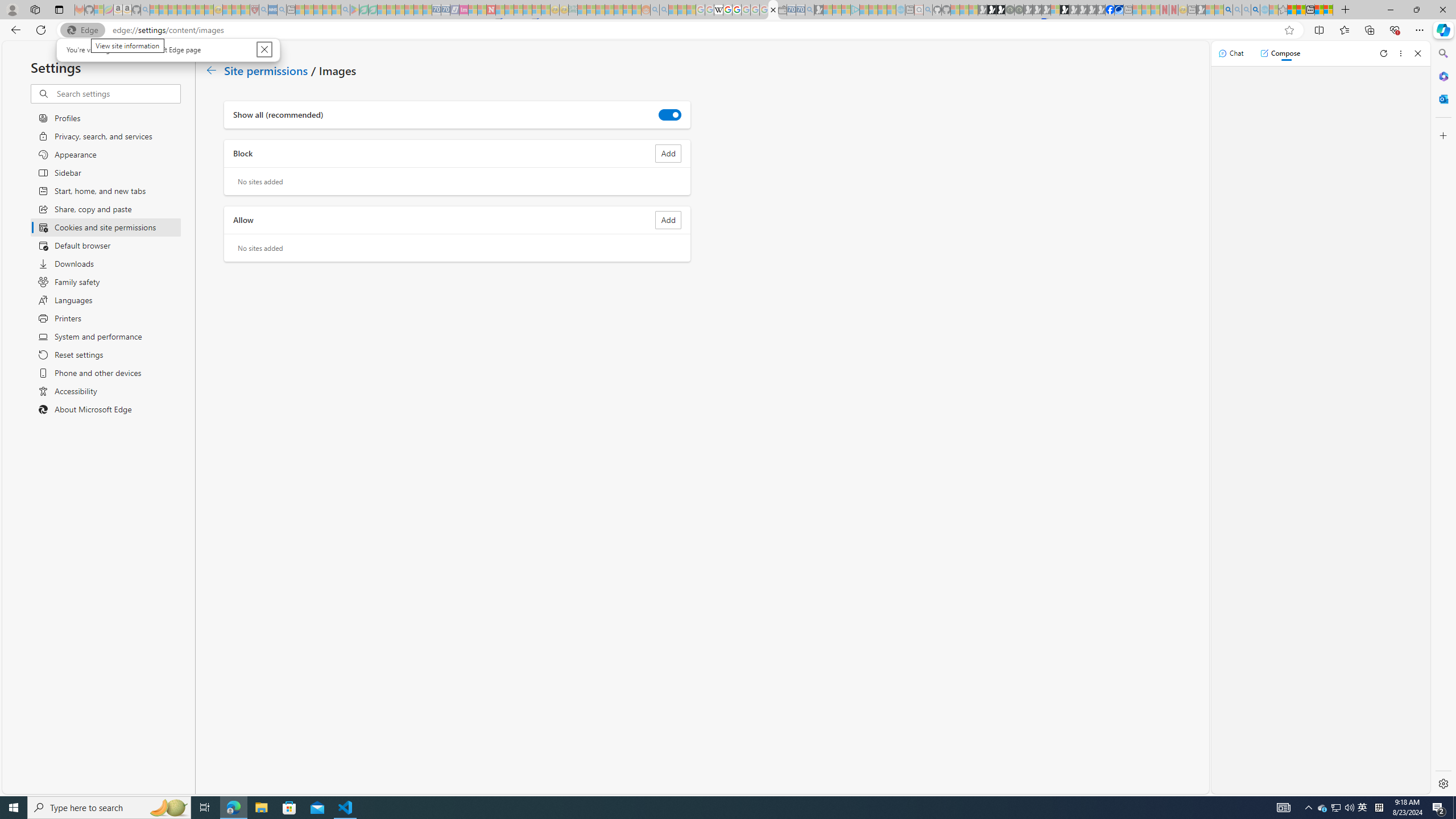 The width and height of the screenshot is (1456, 819). Describe the element at coordinates (668, 220) in the screenshot. I see `'Add site to Allow list'` at that location.